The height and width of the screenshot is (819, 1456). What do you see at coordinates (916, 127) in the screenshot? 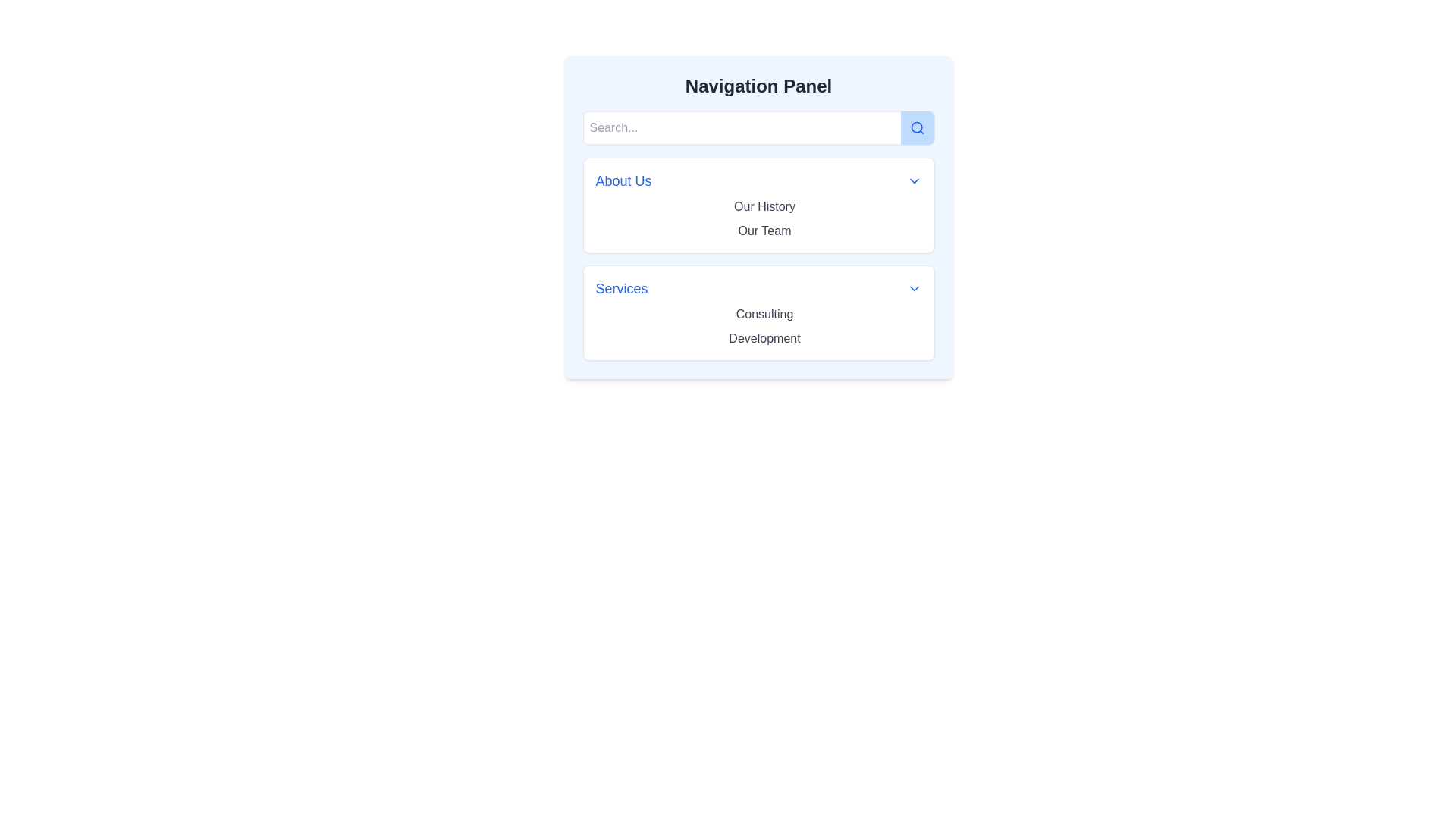
I see `the circular magnifying glass button with a light blue background to initiate a search` at bounding box center [916, 127].